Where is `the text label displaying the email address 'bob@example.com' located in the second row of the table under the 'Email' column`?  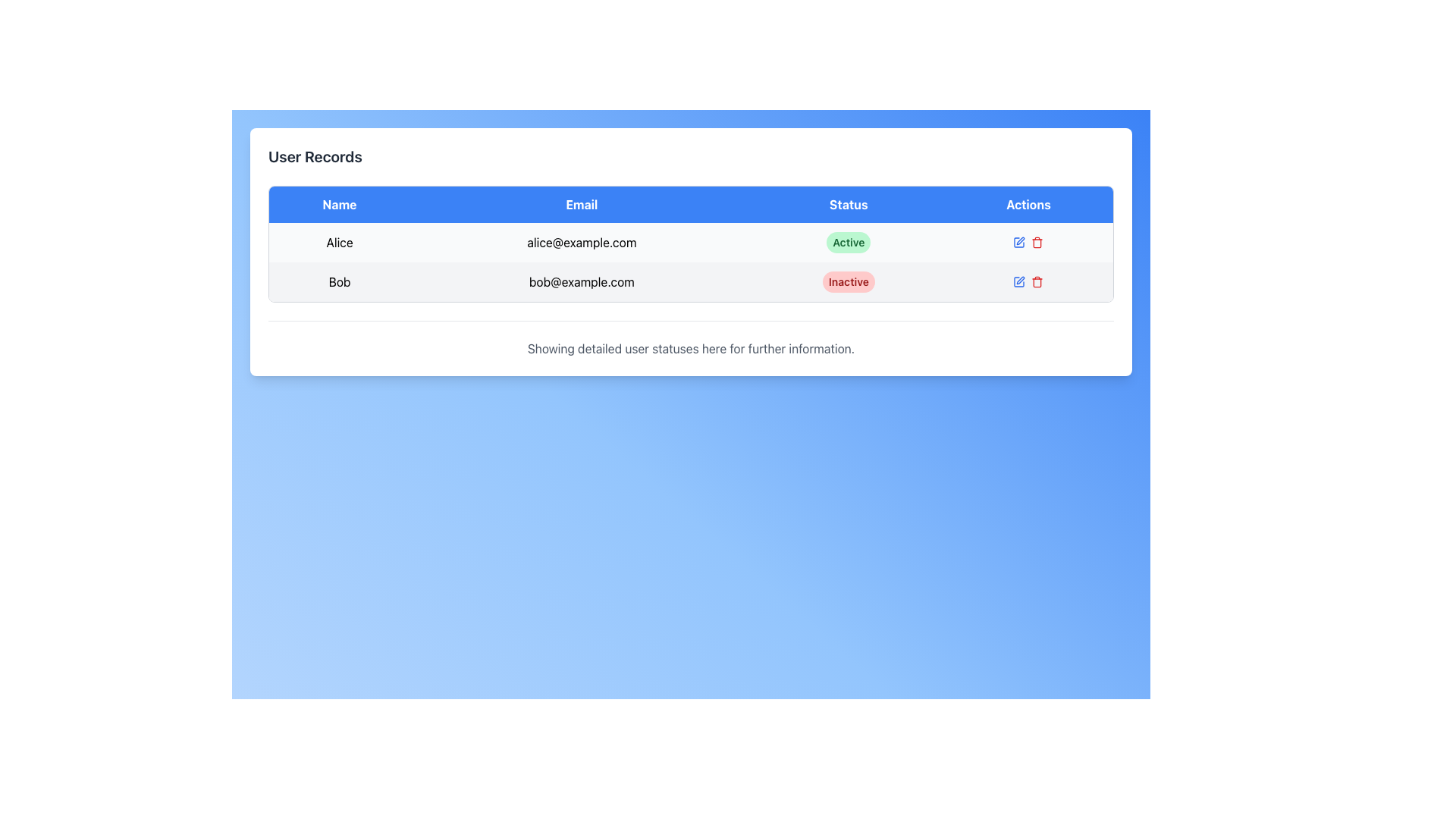
the text label displaying the email address 'bob@example.com' located in the second row of the table under the 'Email' column is located at coordinates (581, 281).